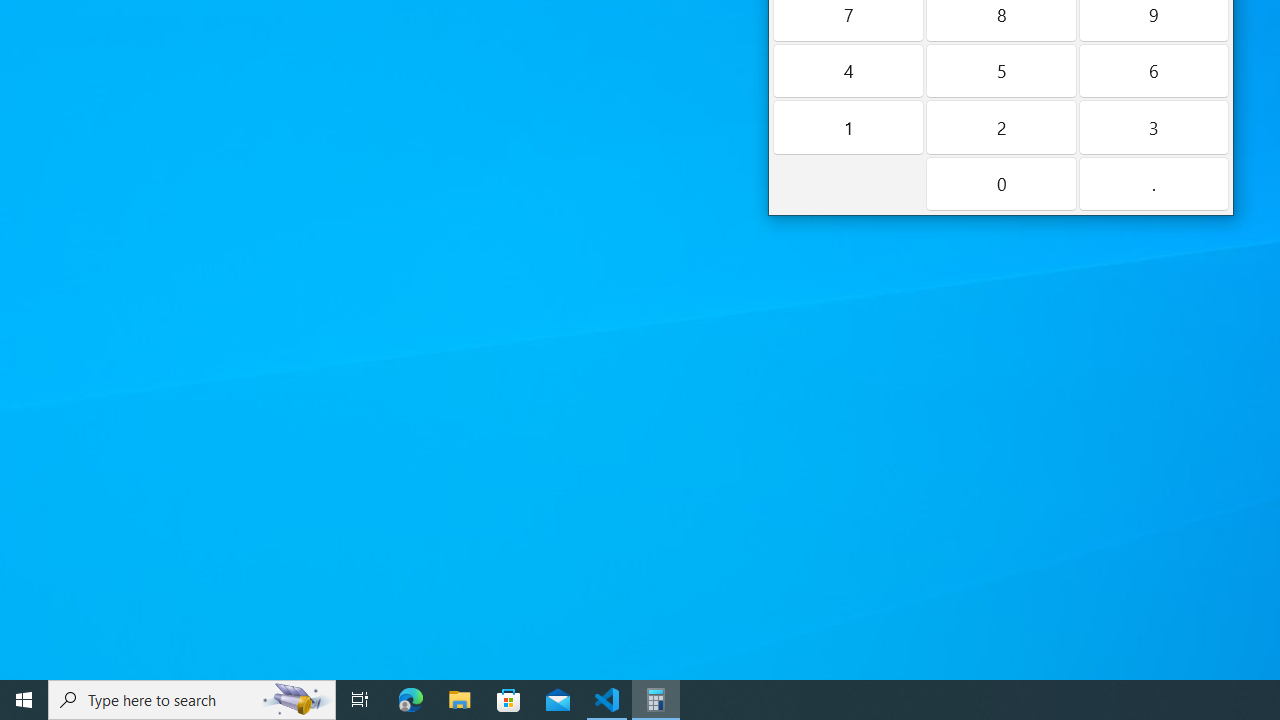 Image resolution: width=1280 pixels, height=720 pixels. I want to click on 'Microsoft Edge', so click(410, 698).